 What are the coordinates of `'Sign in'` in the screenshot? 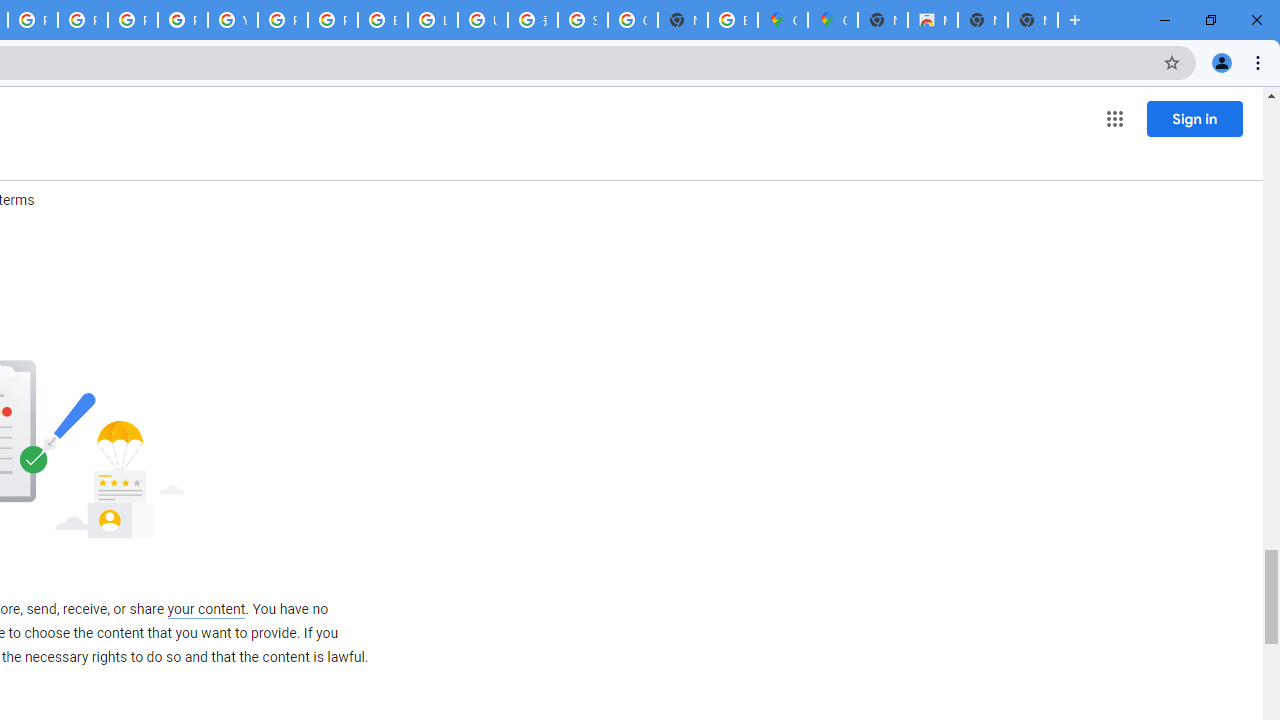 It's located at (1194, 118).